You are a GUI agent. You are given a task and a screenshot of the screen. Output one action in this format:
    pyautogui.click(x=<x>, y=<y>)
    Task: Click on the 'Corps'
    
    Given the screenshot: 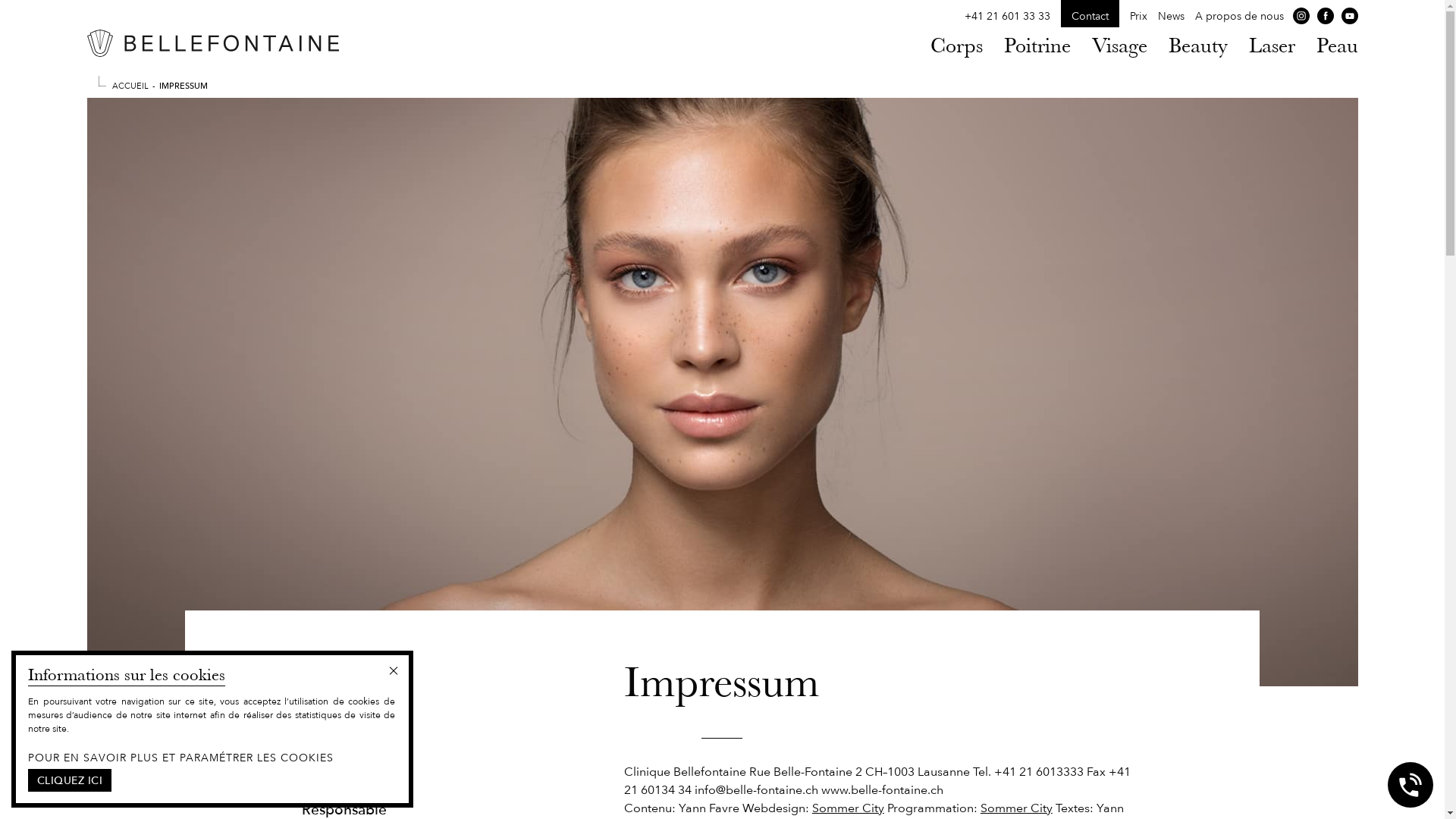 What is the action you would take?
    pyautogui.click(x=955, y=45)
    